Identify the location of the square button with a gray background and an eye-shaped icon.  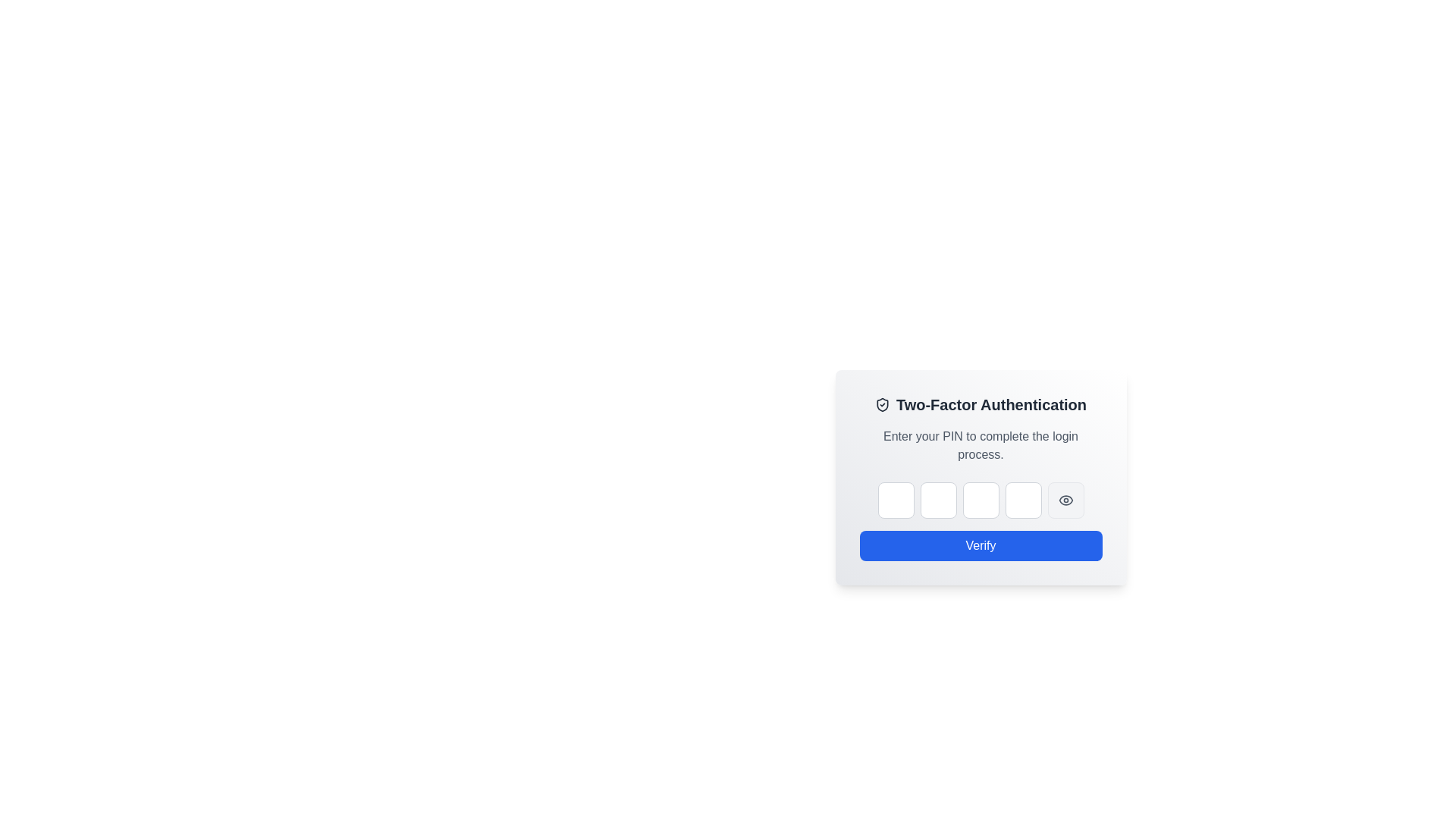
(1065, 500).